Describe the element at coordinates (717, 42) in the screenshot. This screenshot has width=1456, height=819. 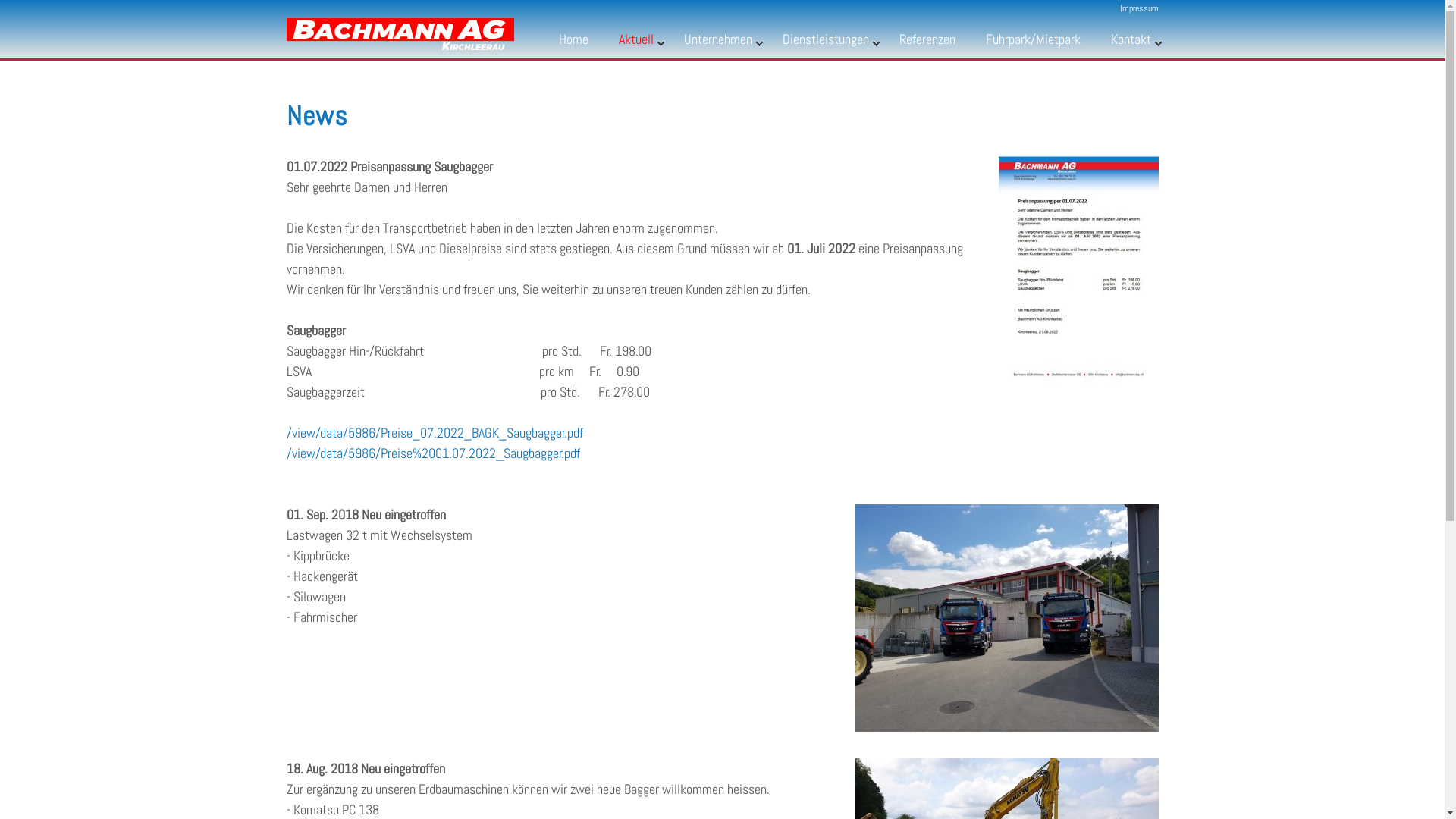
I see `'Unternehmen'` at that location.